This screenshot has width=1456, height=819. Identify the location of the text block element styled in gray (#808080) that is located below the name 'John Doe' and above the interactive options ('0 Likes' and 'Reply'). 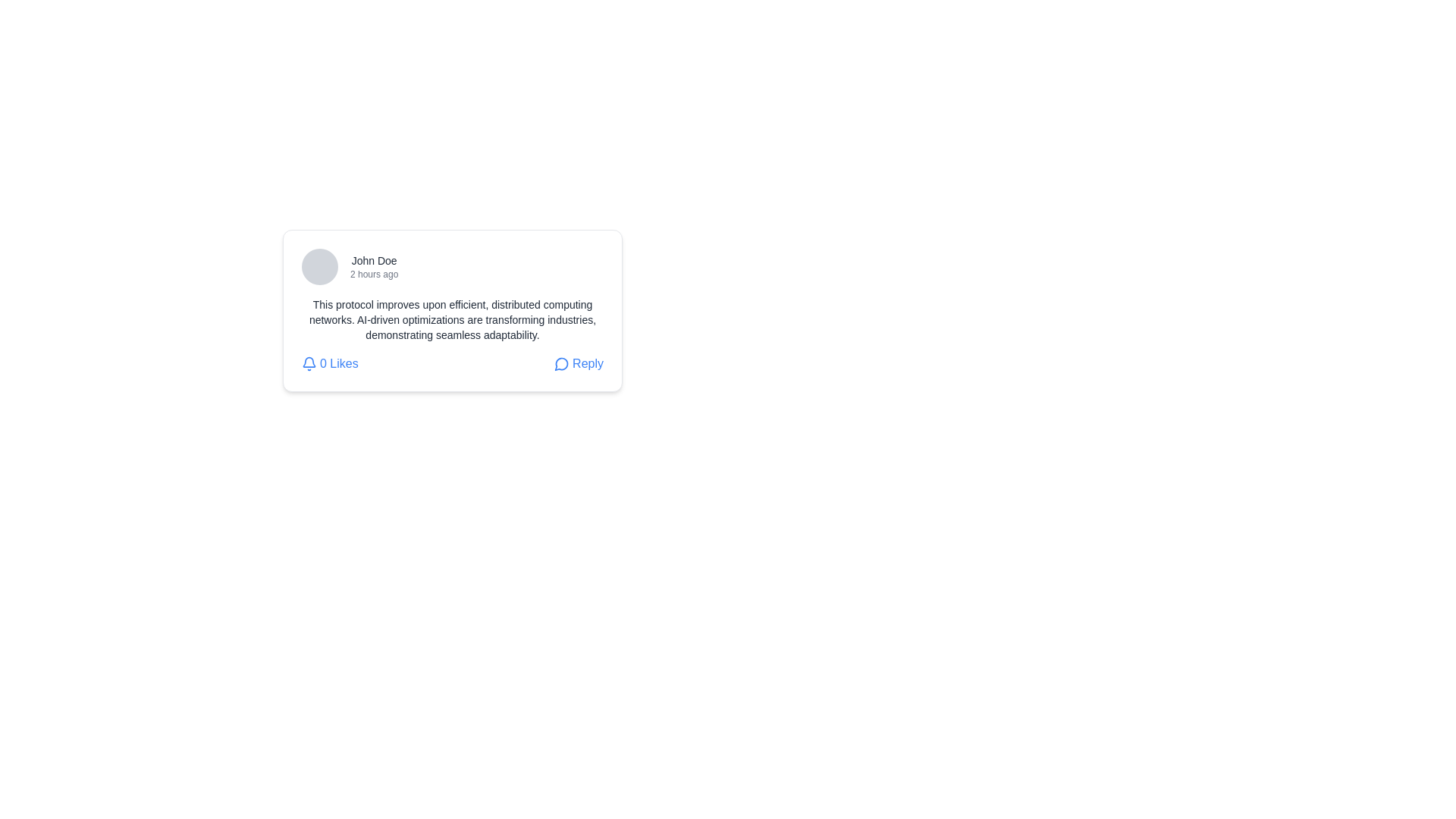
(451, 318).